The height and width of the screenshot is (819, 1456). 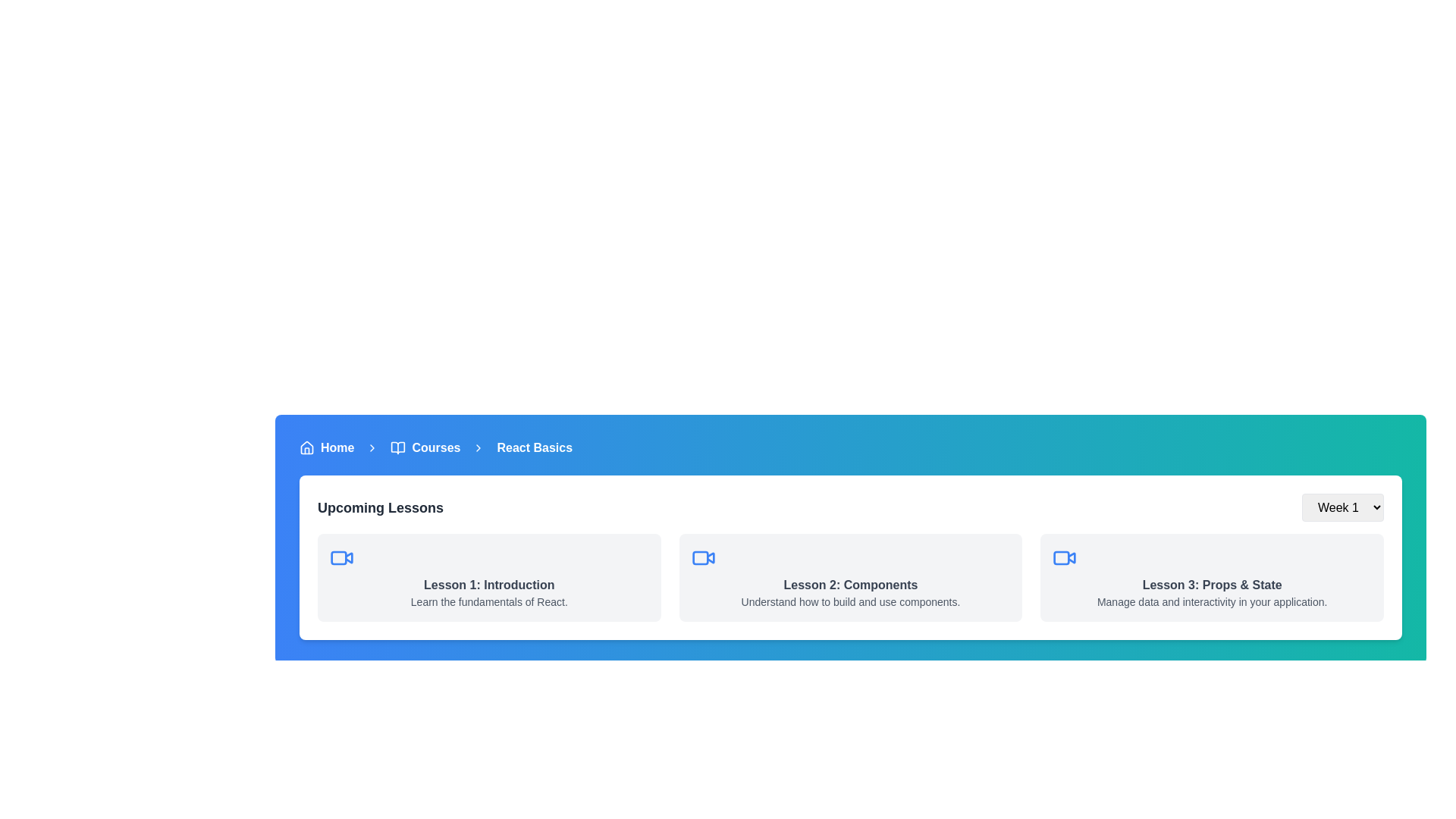 I want to click on the house-shaped home icon located at the leftmost part of the breadcrumb navigation bar, which signifies the home page in the navigation hierarchy, so click(x=306, y=447).